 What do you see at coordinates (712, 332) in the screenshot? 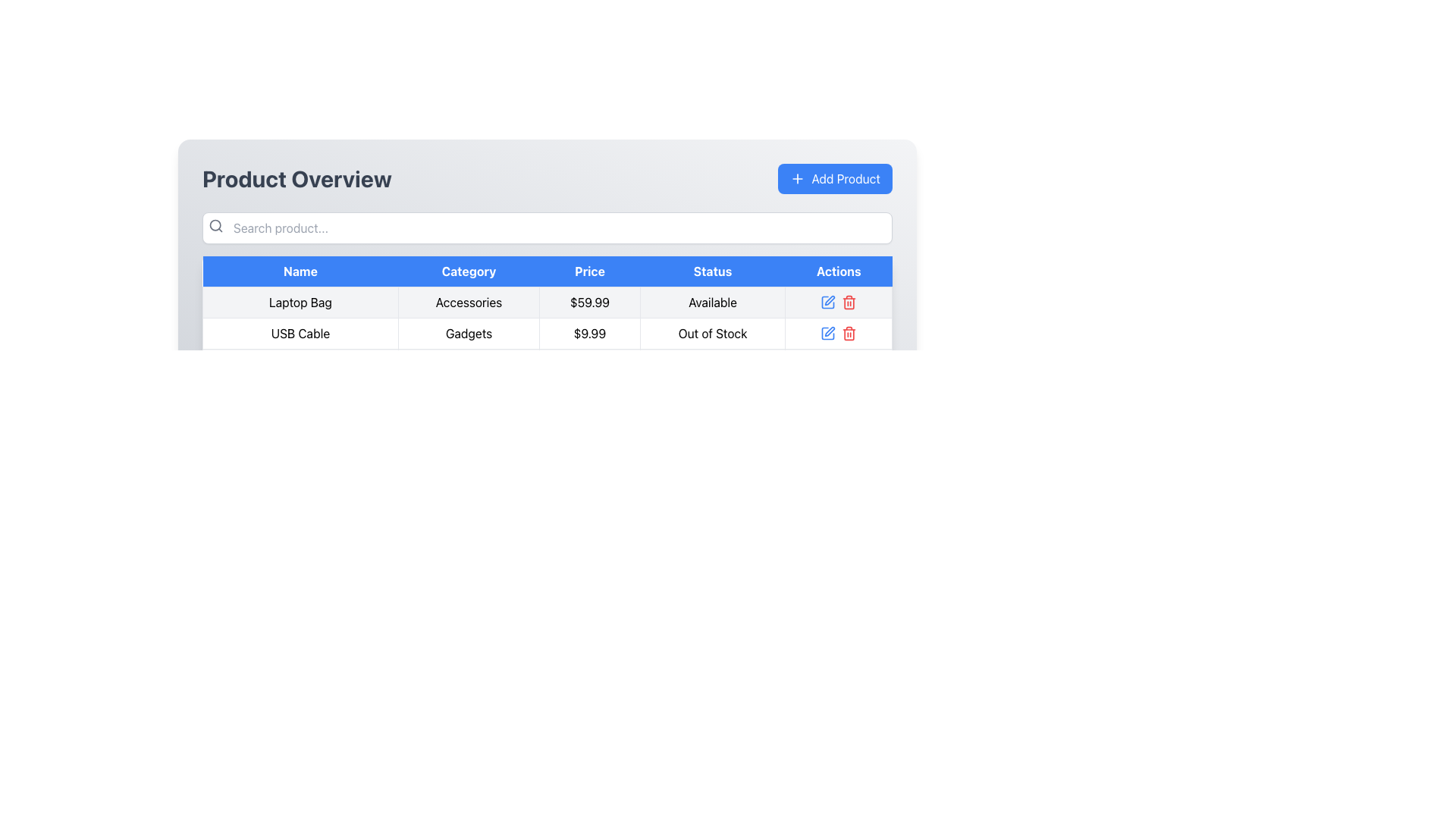
I see `the 'Out of Stock' static text label located in the fourth column of the table, specifically in the second row under the 'Status' header` at bounding box center [712, 332].